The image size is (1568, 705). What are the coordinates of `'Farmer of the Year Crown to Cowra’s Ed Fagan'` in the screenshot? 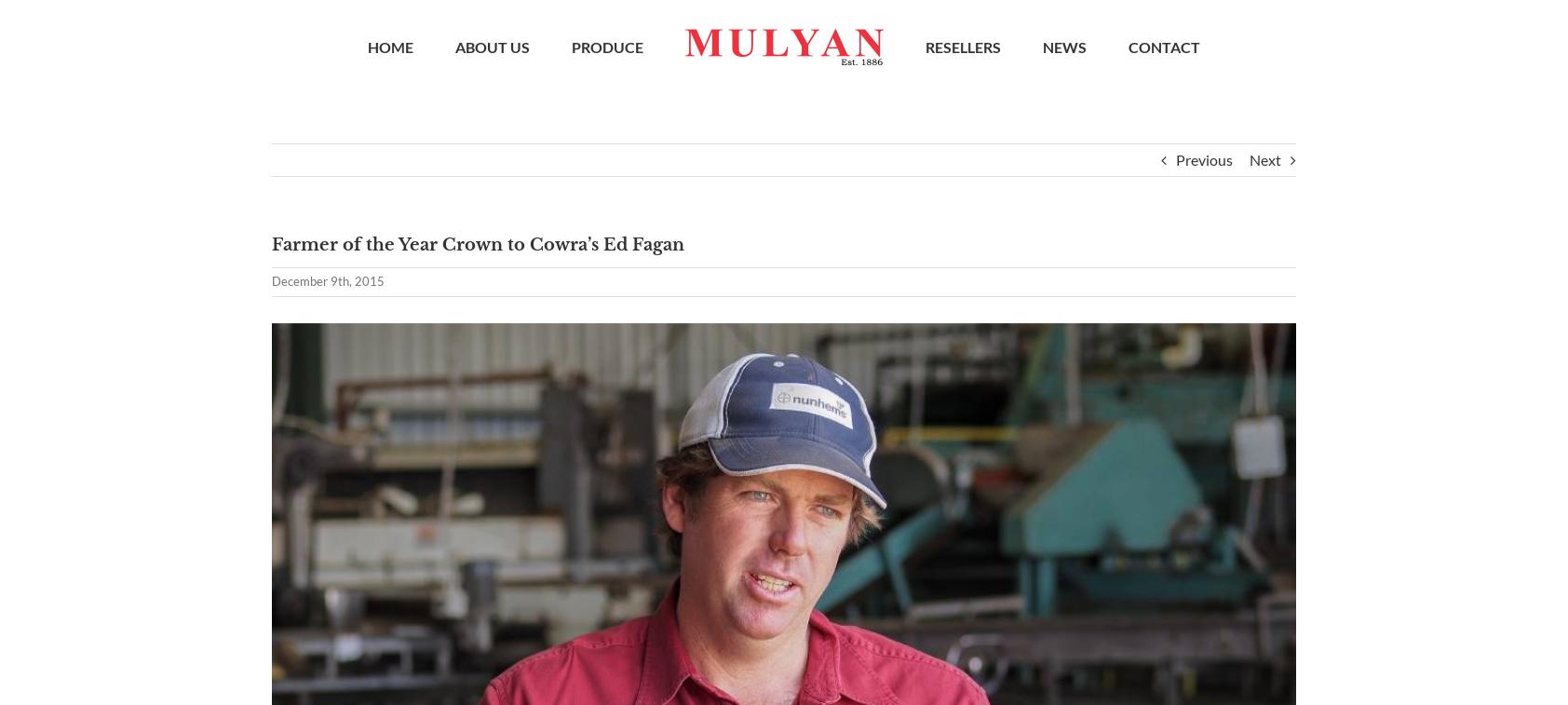 It's located at (272, 251).